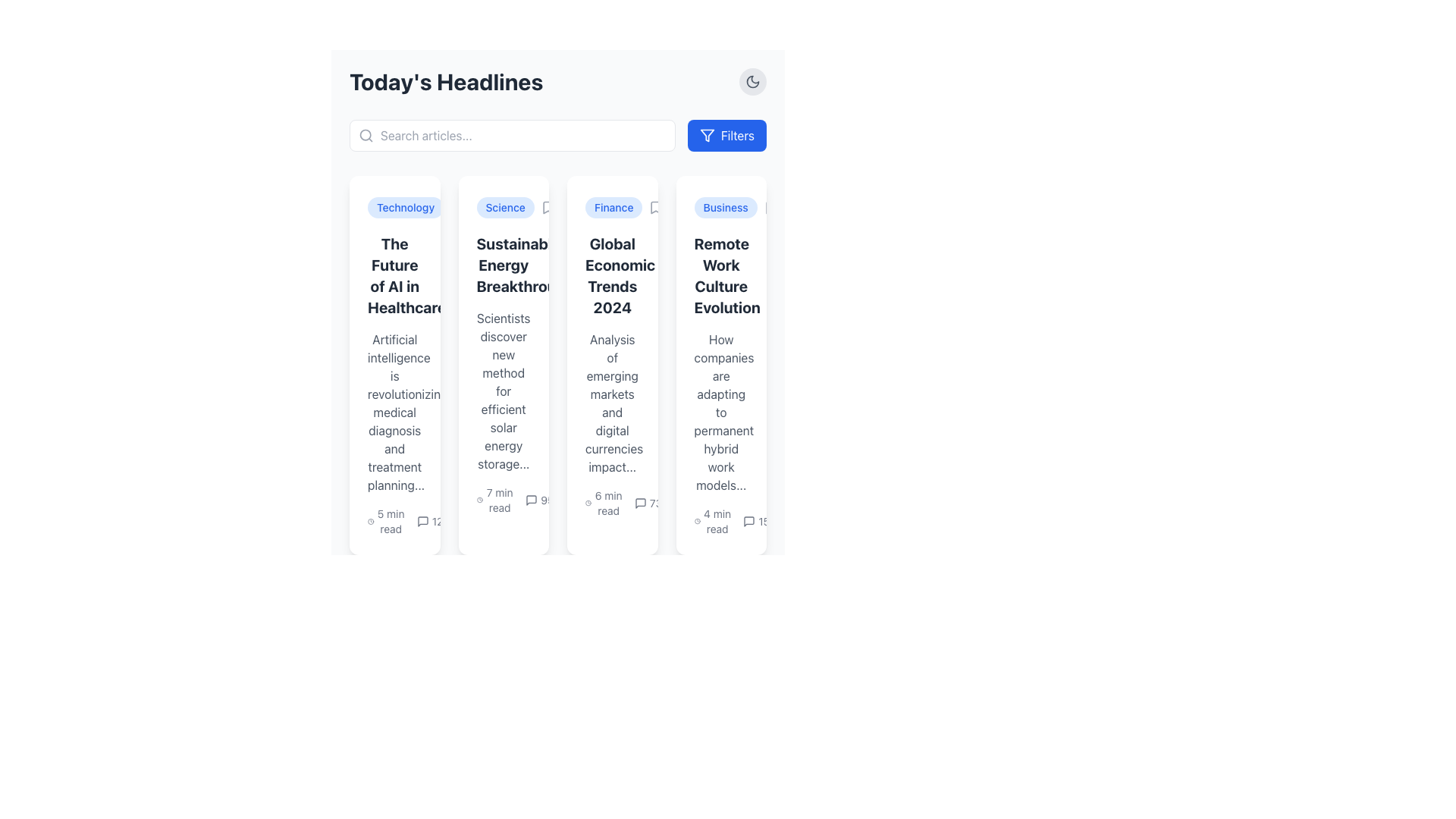 The width and height of the screenshot is (1456, 819). What do you see at coordinates (753, 82) in the screenshot?
I see `the crescent moon-shaped toggle icon for dark mode located in the upper-right corner of the interface` at bounding box center [753, 82].